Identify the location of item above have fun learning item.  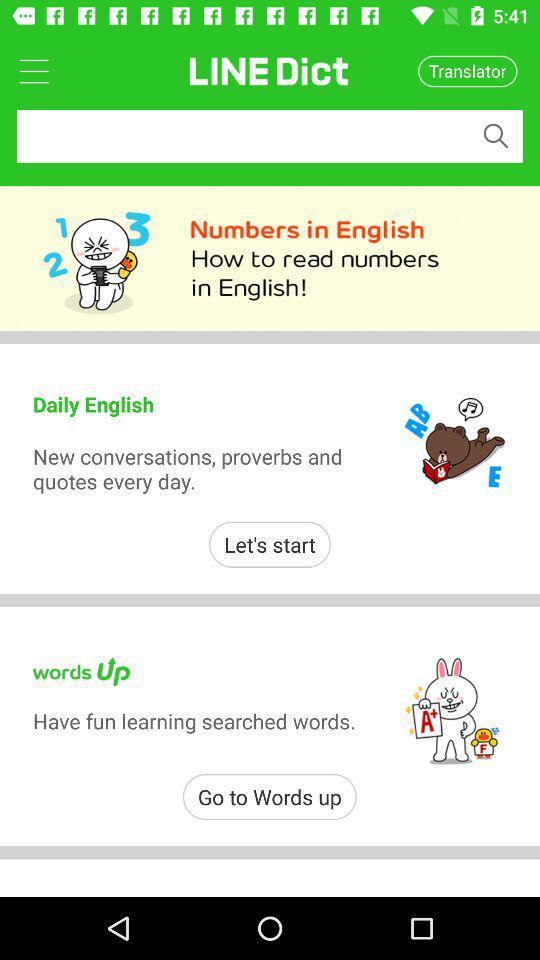
(270, 544).